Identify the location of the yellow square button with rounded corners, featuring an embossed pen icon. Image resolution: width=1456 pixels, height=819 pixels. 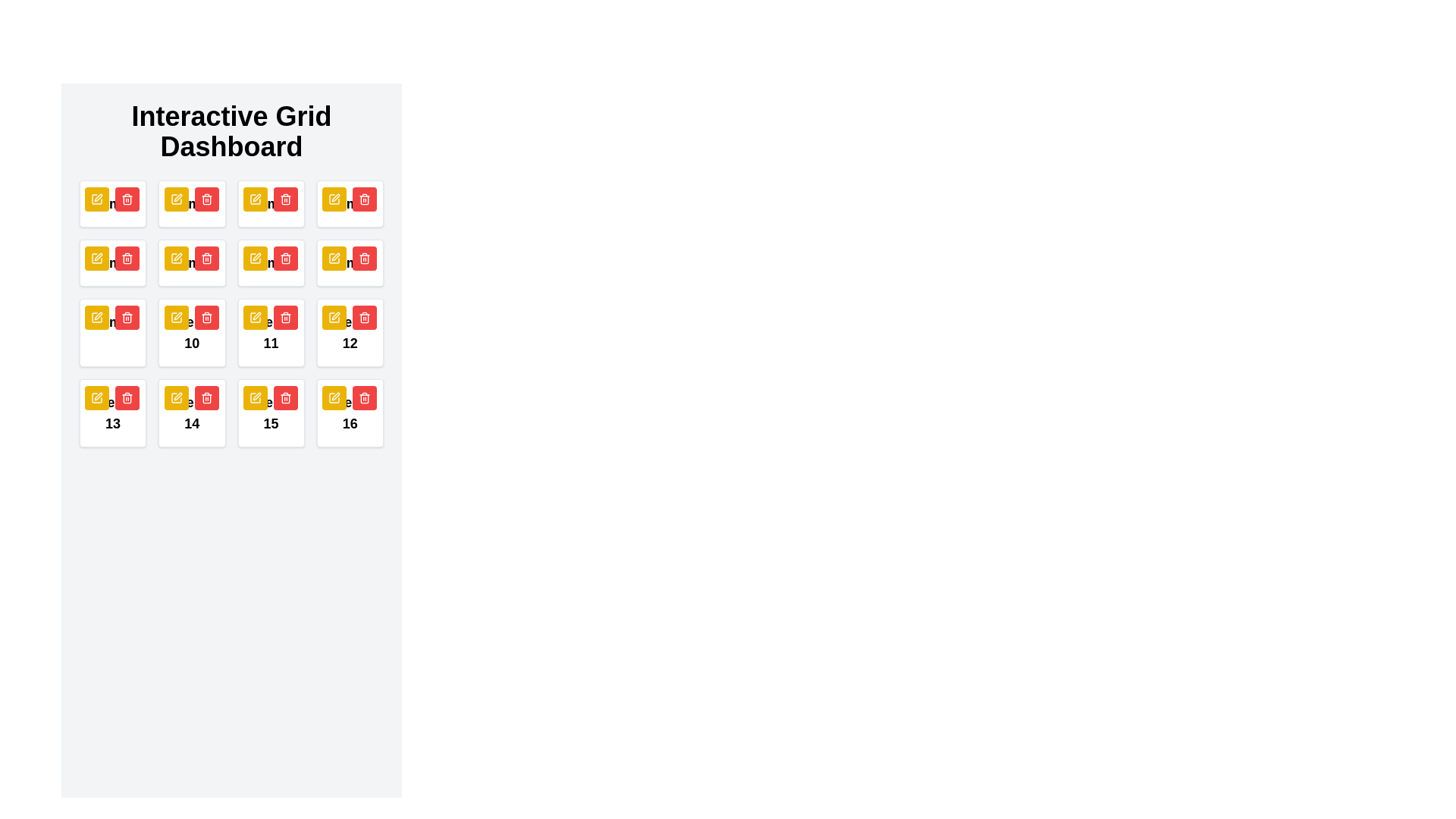
(176, 397).